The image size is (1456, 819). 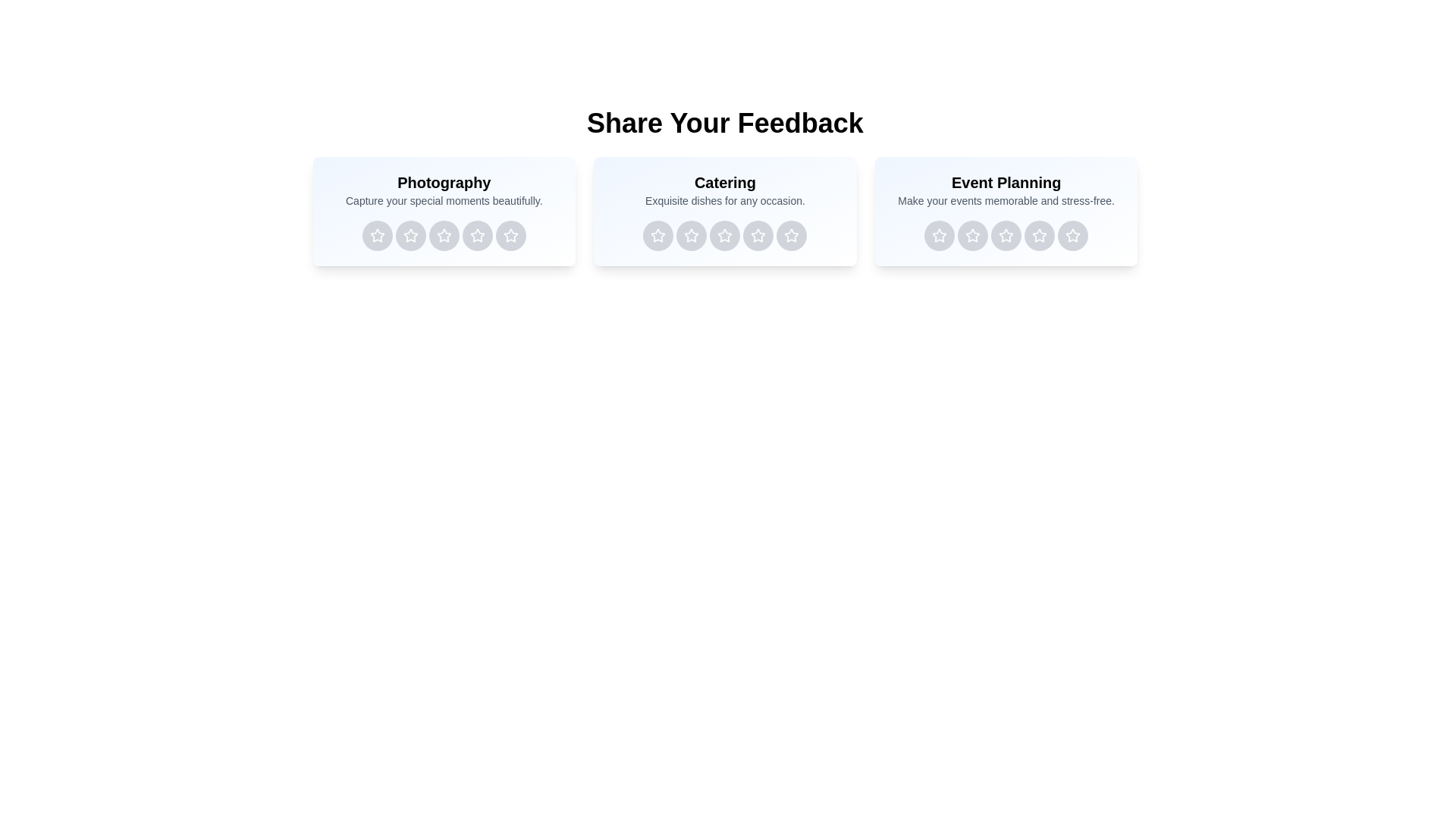 What do you see at coordinates (790, 236) in the screenshot?
I see `the rating button for Catering service with 5 stars` at bounding box center [790, 236].